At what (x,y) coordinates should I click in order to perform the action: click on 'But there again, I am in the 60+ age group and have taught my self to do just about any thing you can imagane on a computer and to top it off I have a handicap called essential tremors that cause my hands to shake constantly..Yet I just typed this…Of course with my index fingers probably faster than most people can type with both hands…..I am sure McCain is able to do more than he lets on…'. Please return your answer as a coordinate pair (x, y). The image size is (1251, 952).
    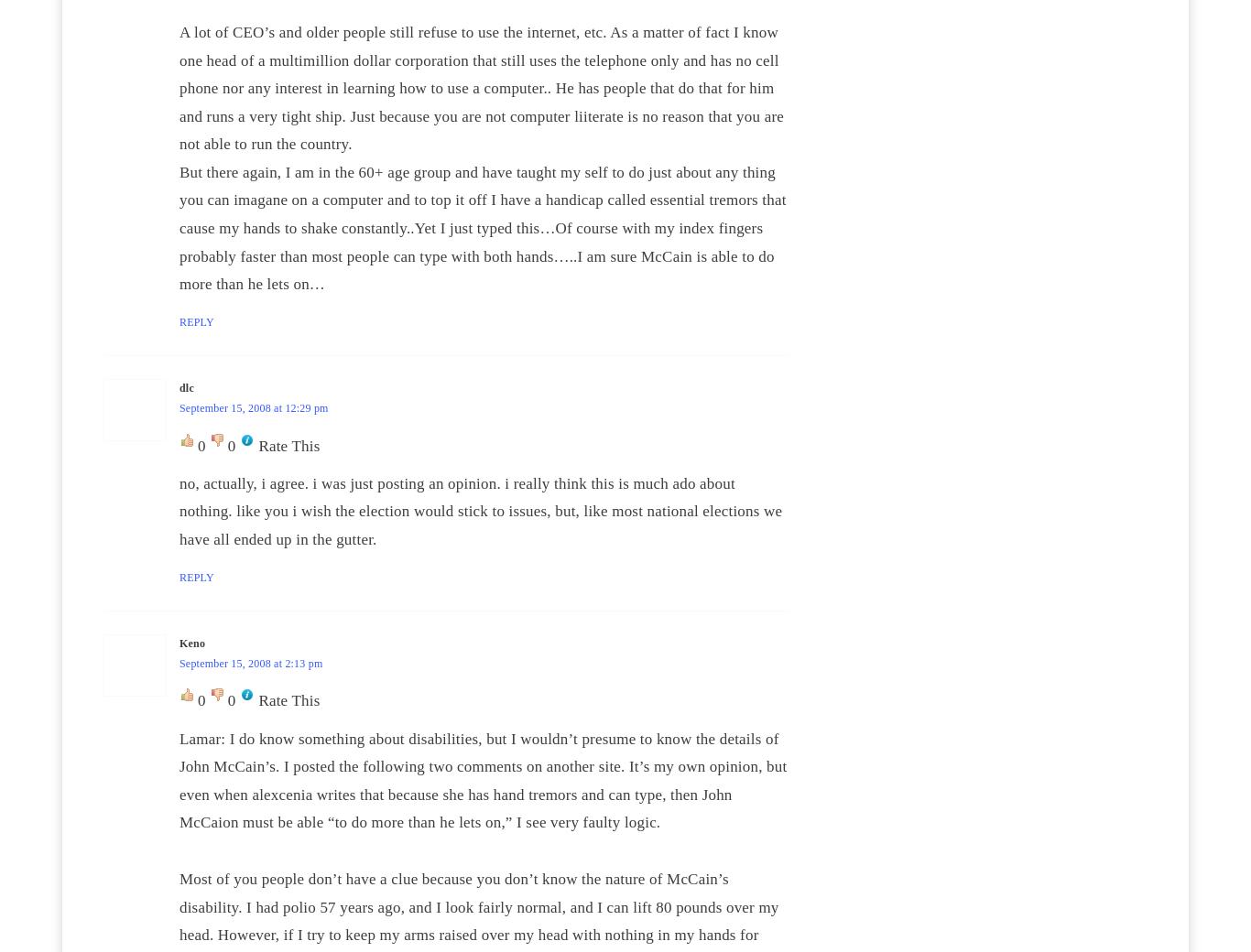
    Looking at the image, I should click on (483, 227).